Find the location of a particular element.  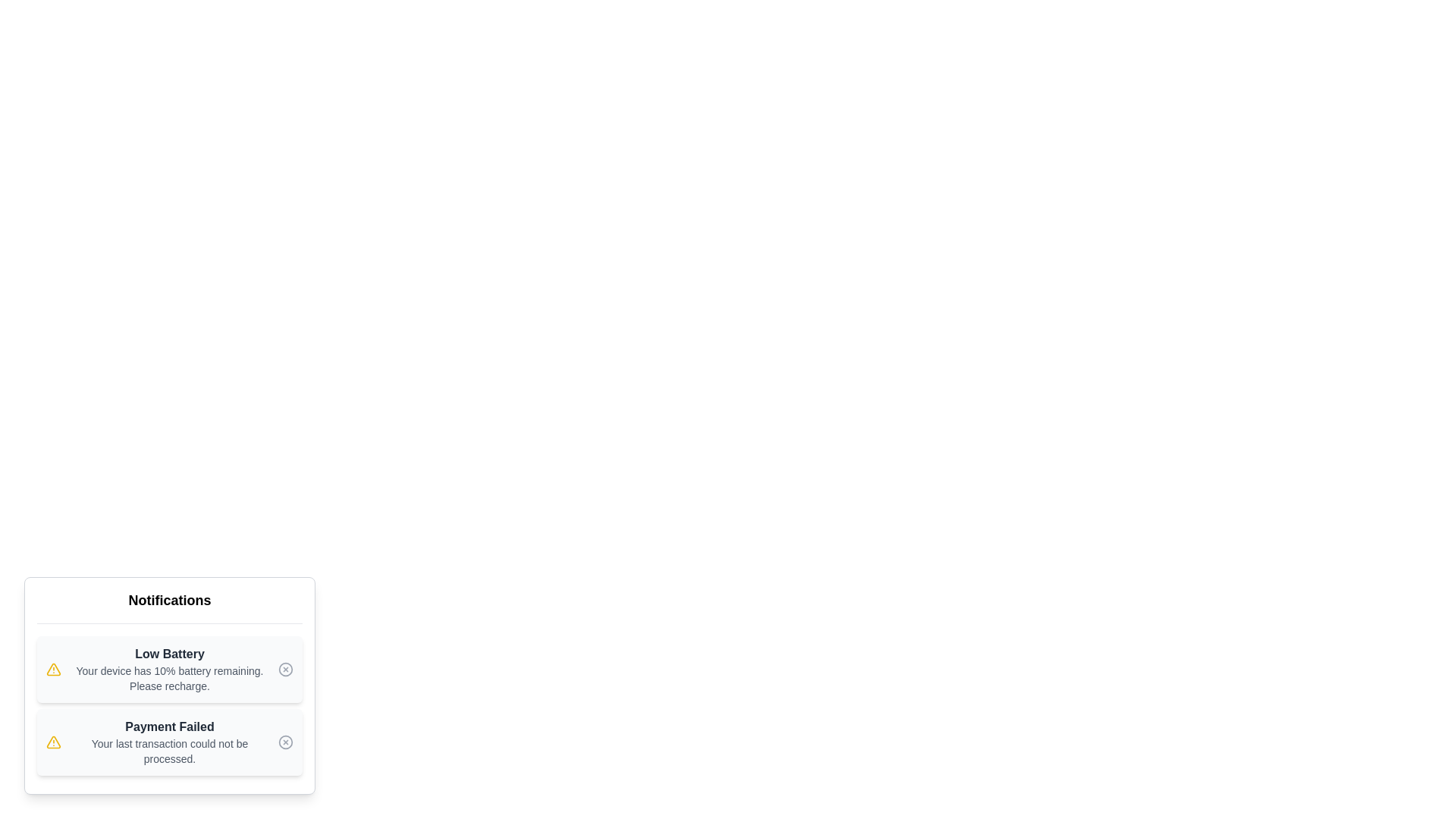

the text element that displays 'Your last transaction could not be processed.' located below the 'Payment Failed.' message in the second notification section is located at coordinates (170, 752).